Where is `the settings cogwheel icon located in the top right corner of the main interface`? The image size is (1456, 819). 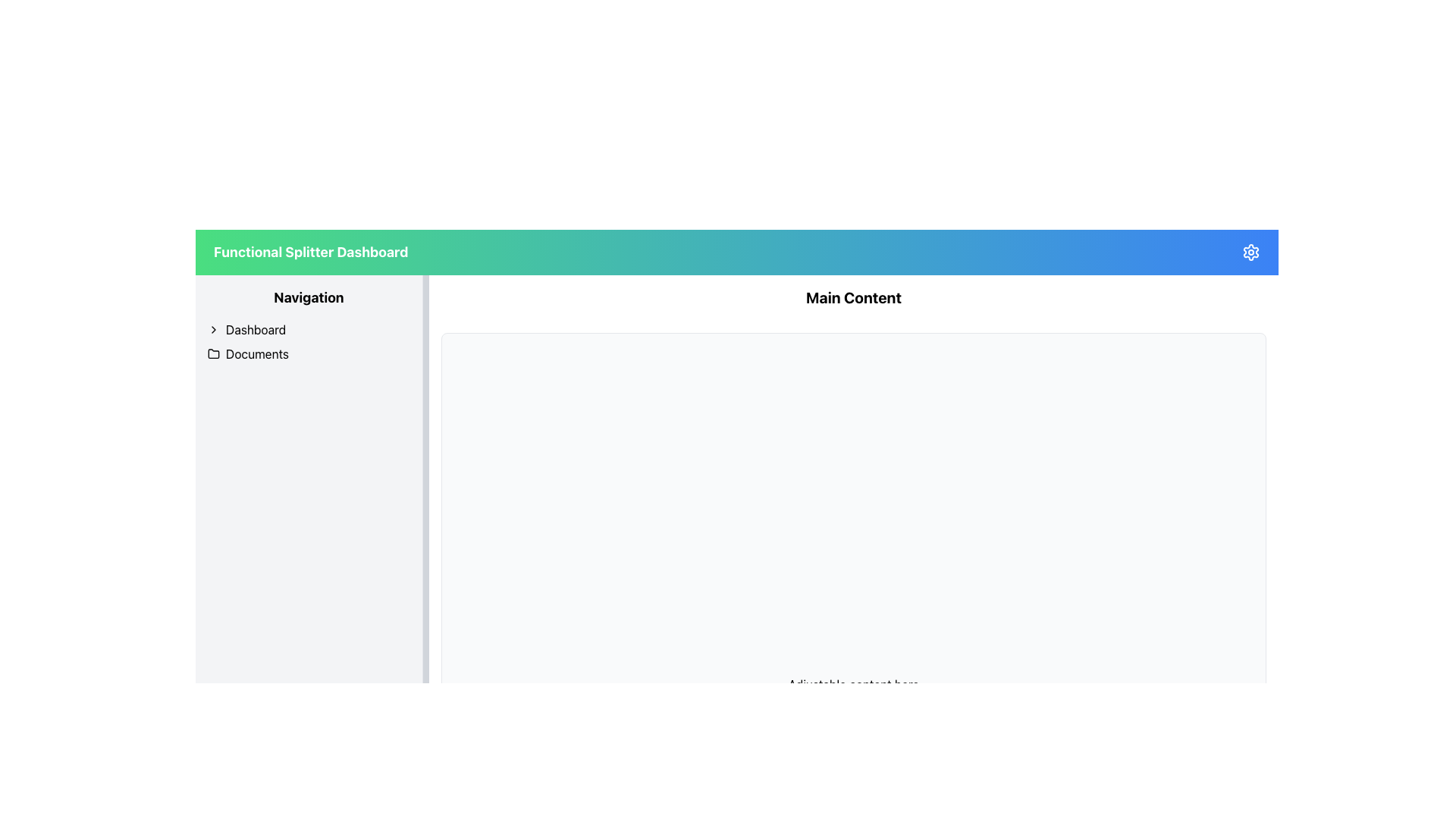
the settings cogwheel icon located in the top right corner of the main interface is located at coordinates (1251, 251).